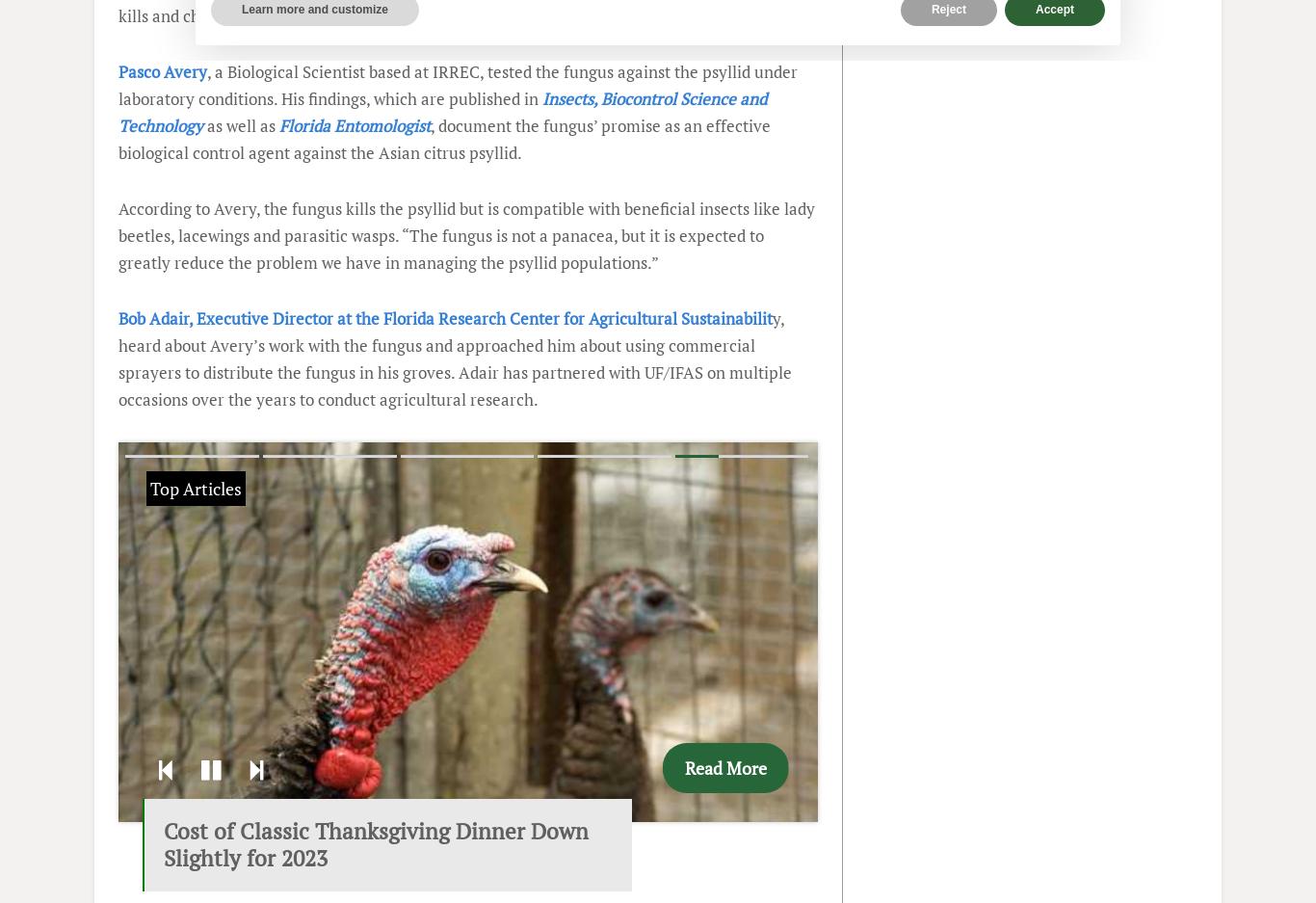 Image resolution: width=1316 pixels, height=903 pixels. Describe the element at coordinates (466, 234) in the screenshot. I see `'According to Avery, the fungus kills the psyllid but is compatible with beneficial insects like lady beetles, lacewings and parasitic wasps. “The fungus is not a panacea, but it is expected to greatly reduce the problem we have in managing the psyllid populations.”'` at that location.